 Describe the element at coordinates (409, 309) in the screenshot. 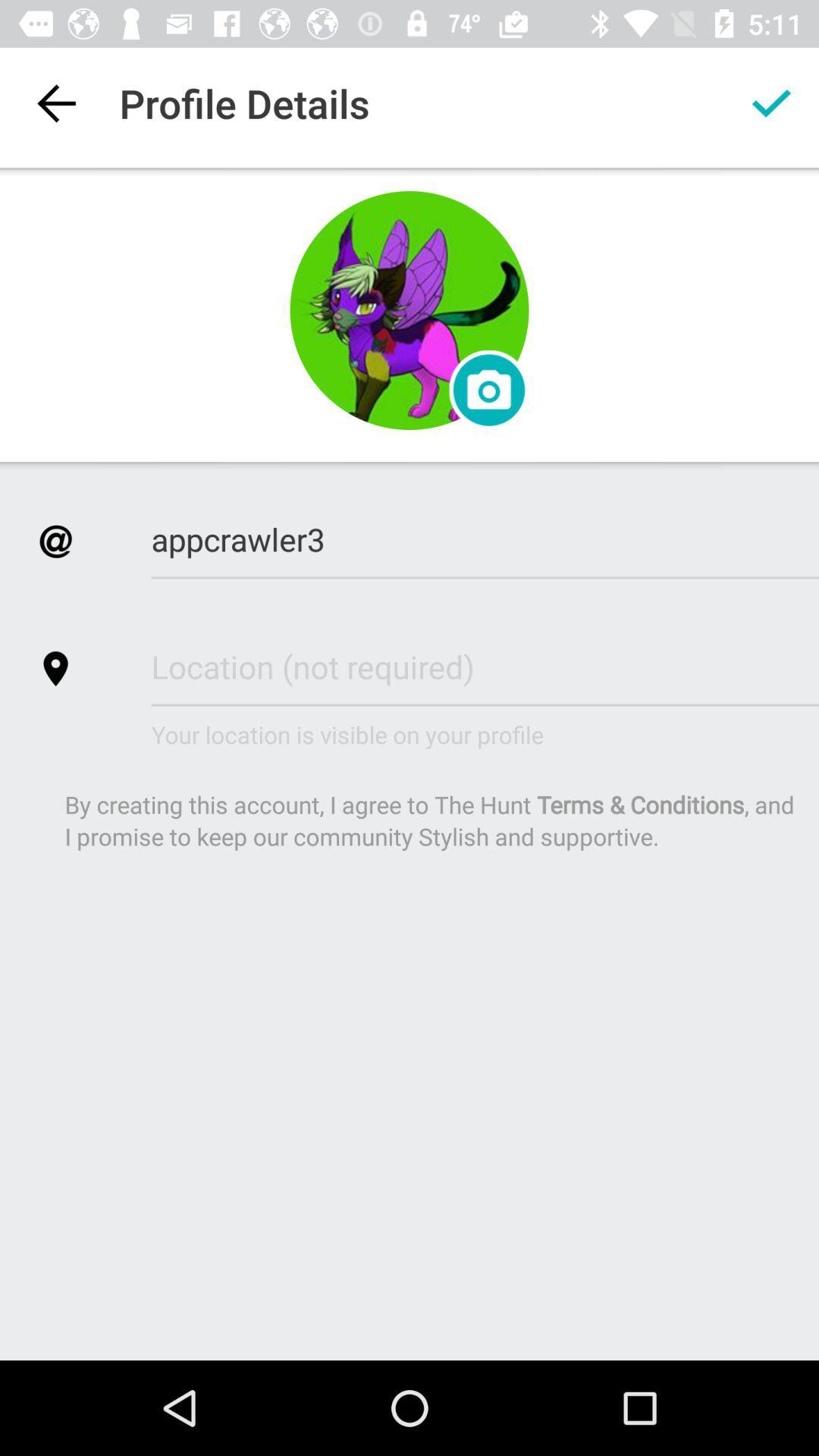

I see `the image` at that location.